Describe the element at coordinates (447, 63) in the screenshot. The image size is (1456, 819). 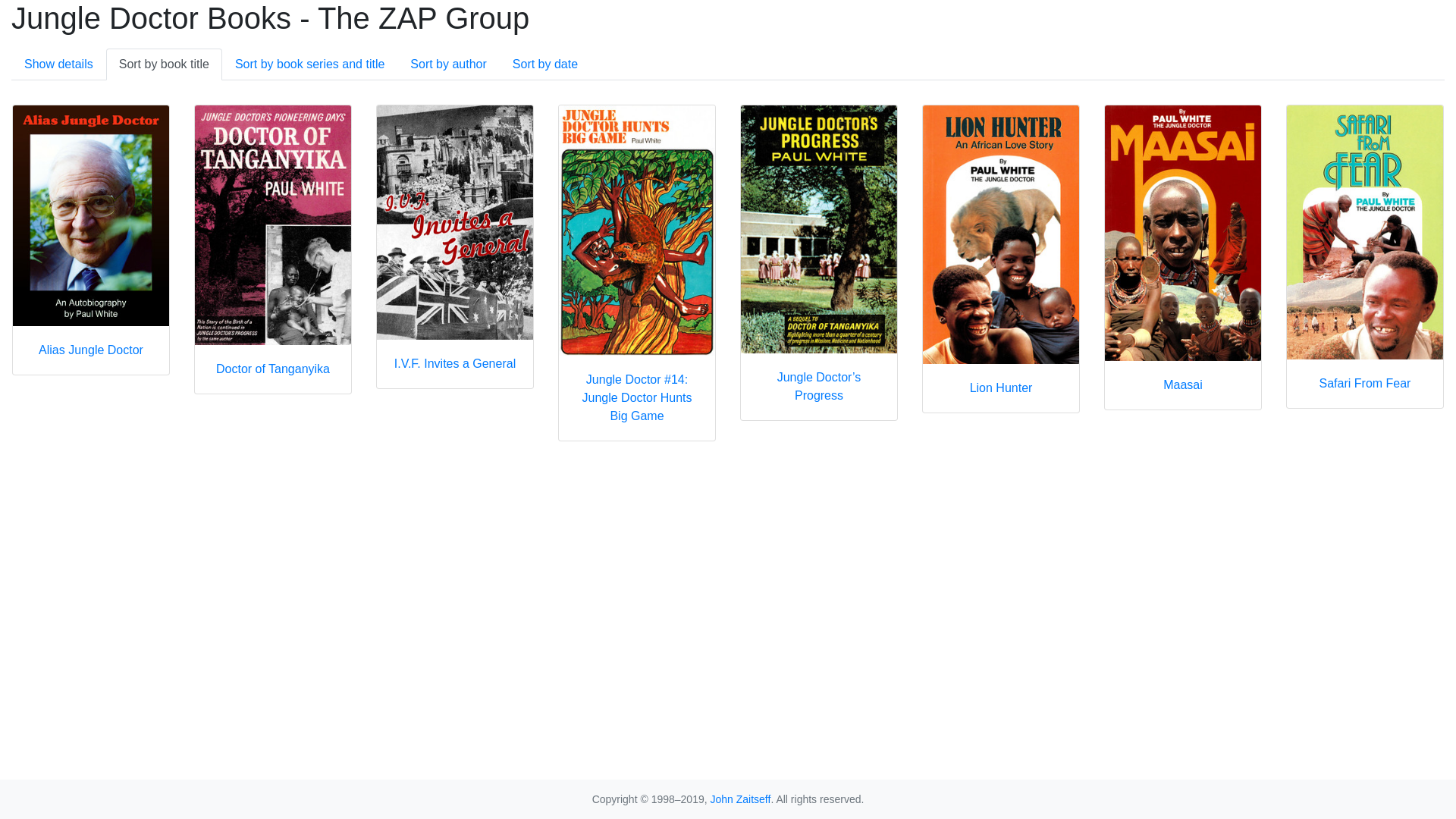
I see `'Sort by author'` at that location.